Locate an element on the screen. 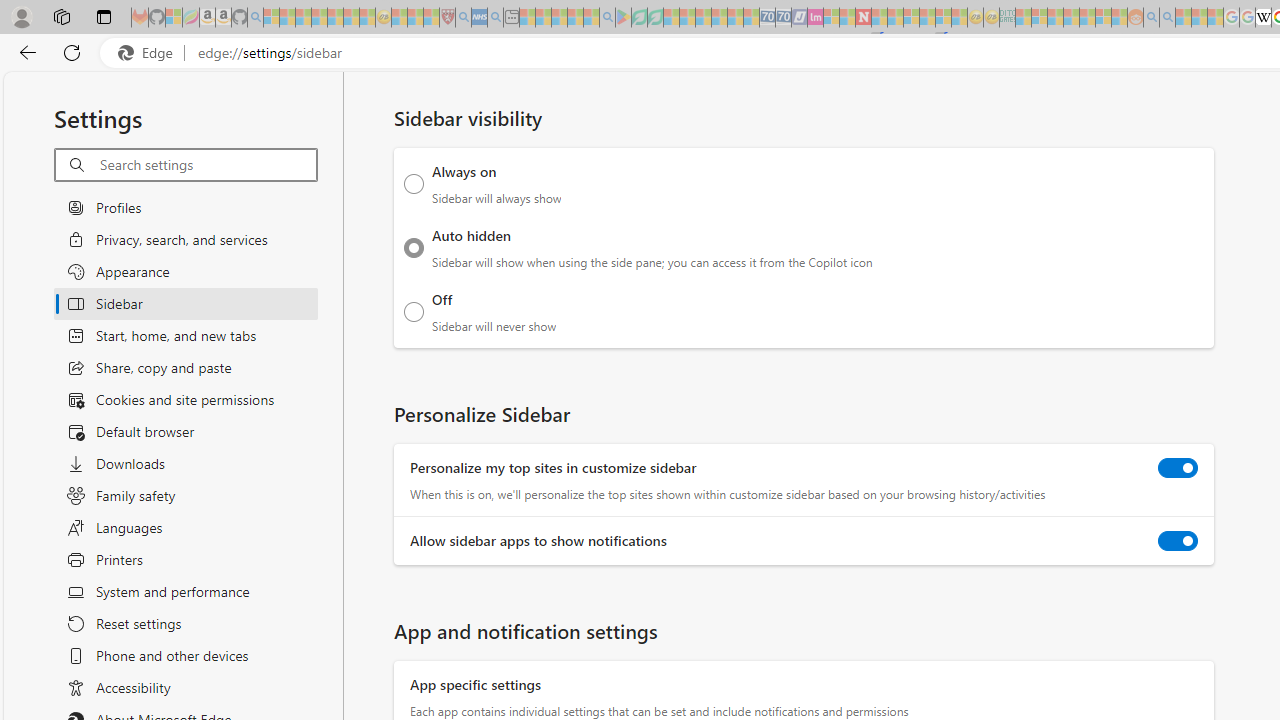 This screenshot has height=720, width=1280. 'Always on Sidebar will always show' is located at coordinates (413, 183).